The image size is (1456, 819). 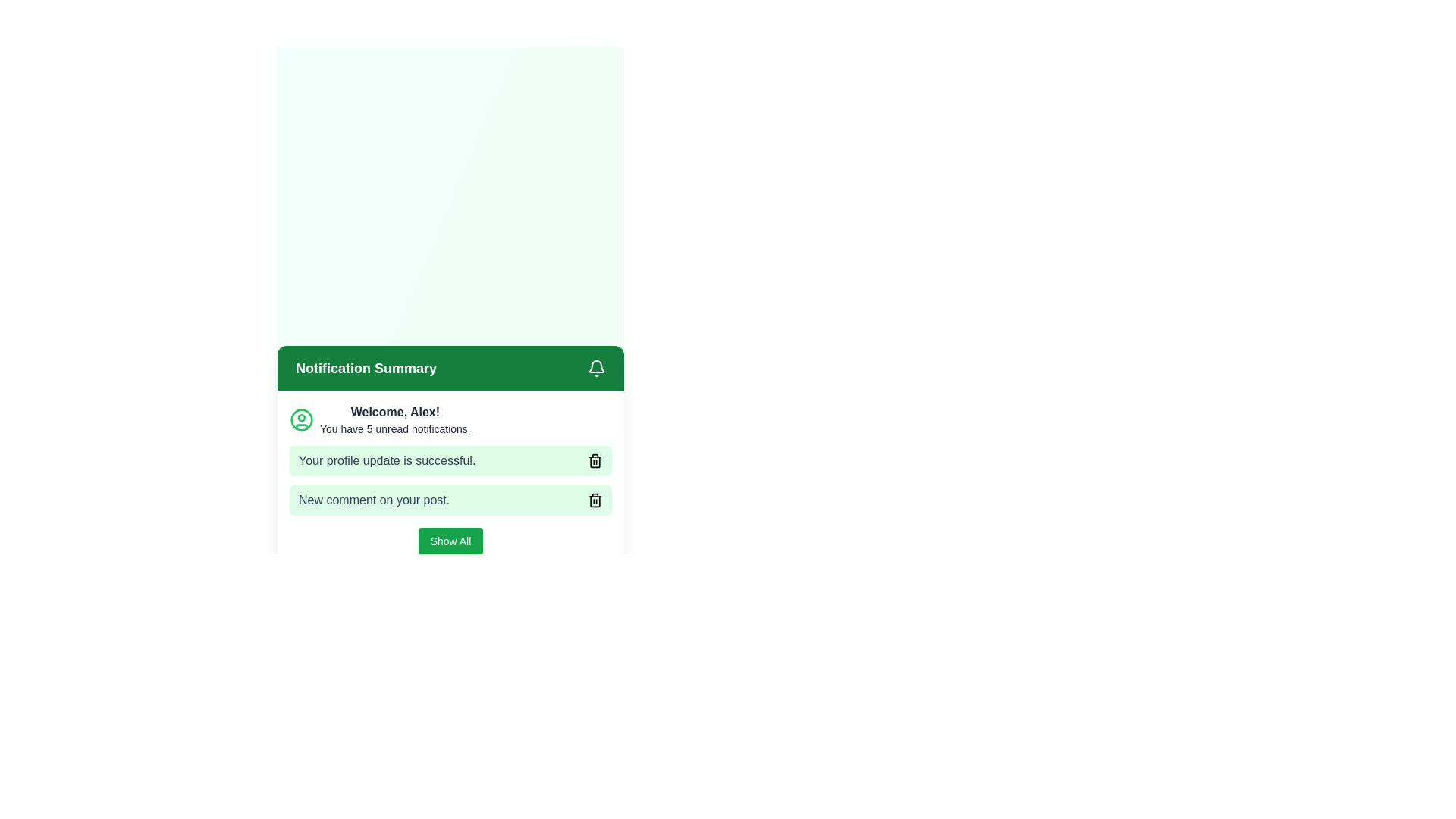 I want to click on the static text element displaying 'New comment on your post.' styled in gray, which is part of a notification component, so click(x=374, y=500).